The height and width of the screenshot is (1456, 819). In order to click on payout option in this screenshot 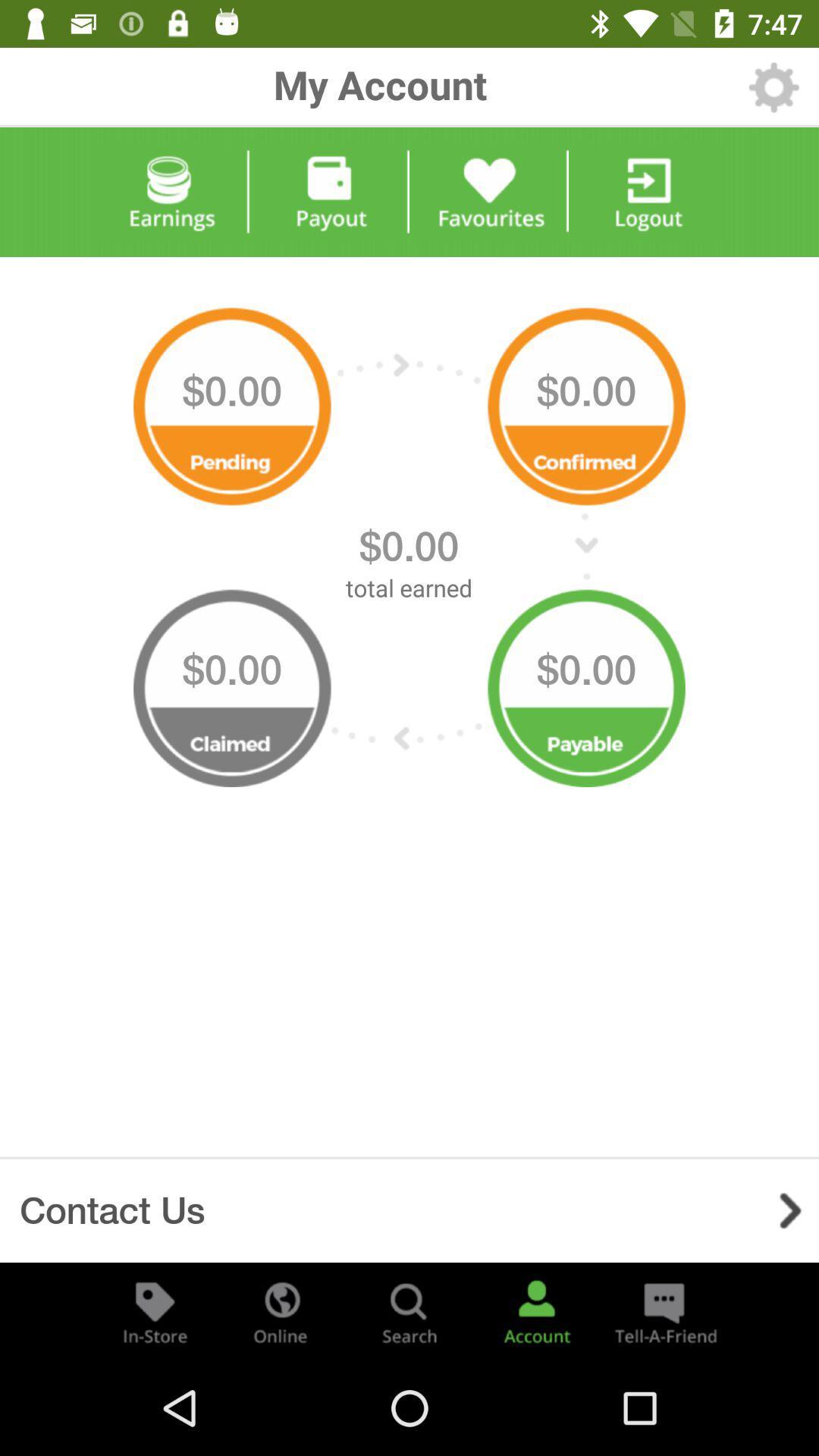, I will do `click(329, 191)`.